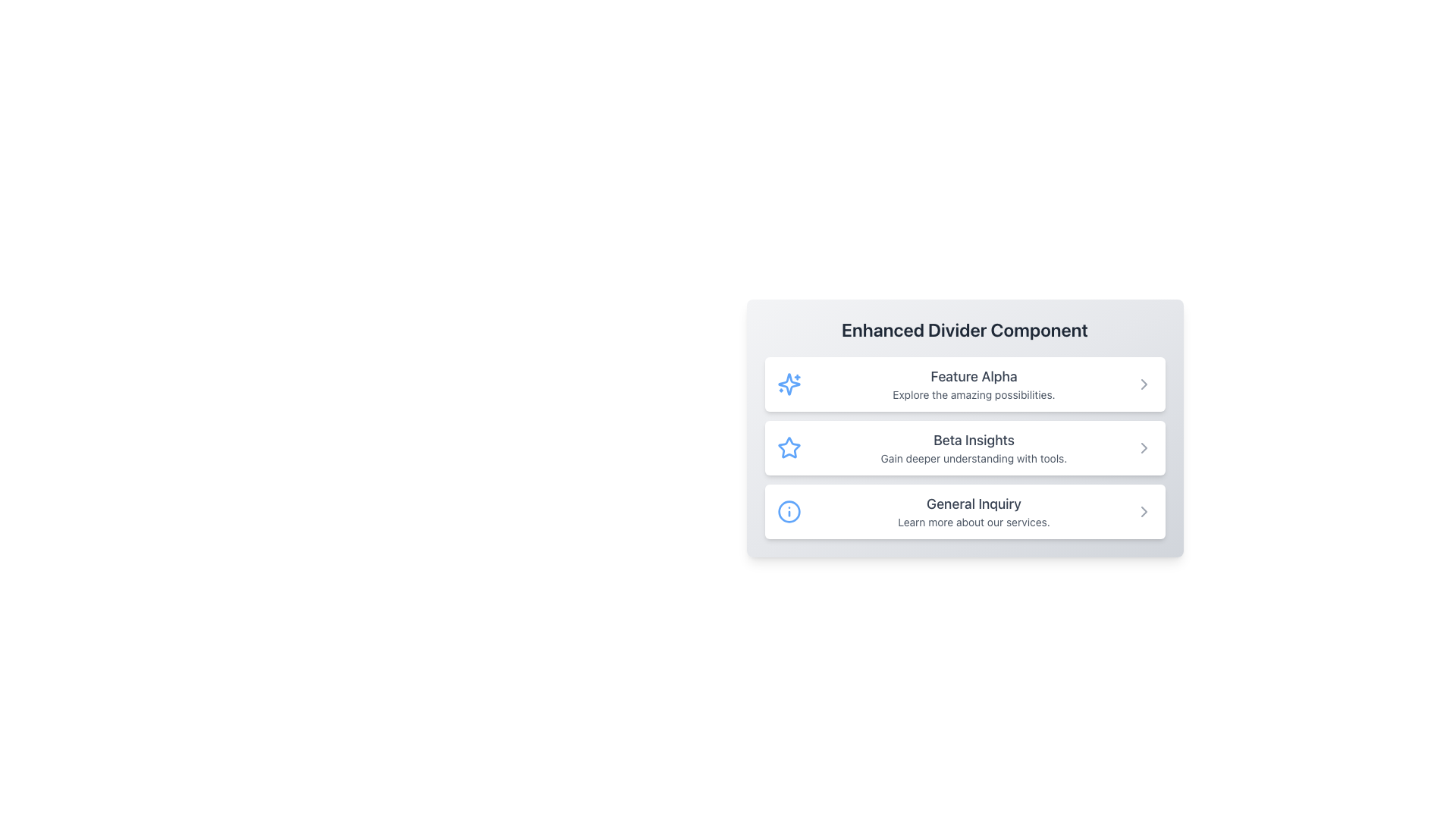 The image size is (1456, 819). What do you see at coordinates (974, 512) in the screenshot?
I see `and understand the text label located in the third card of the vertical list, which provides a brief description associated with general inquiry functionality` at bounding box center [974, 512].